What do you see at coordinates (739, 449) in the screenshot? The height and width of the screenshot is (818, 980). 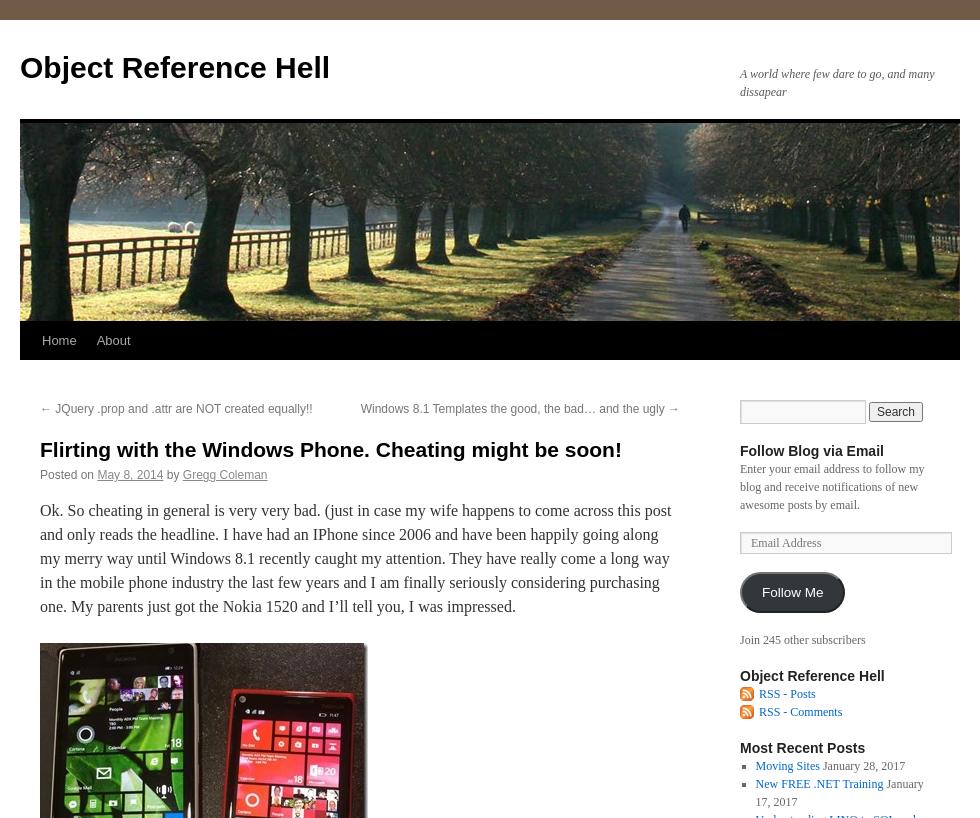 I see `'Follow Blog via Email'` at bounding box center [739, 449].